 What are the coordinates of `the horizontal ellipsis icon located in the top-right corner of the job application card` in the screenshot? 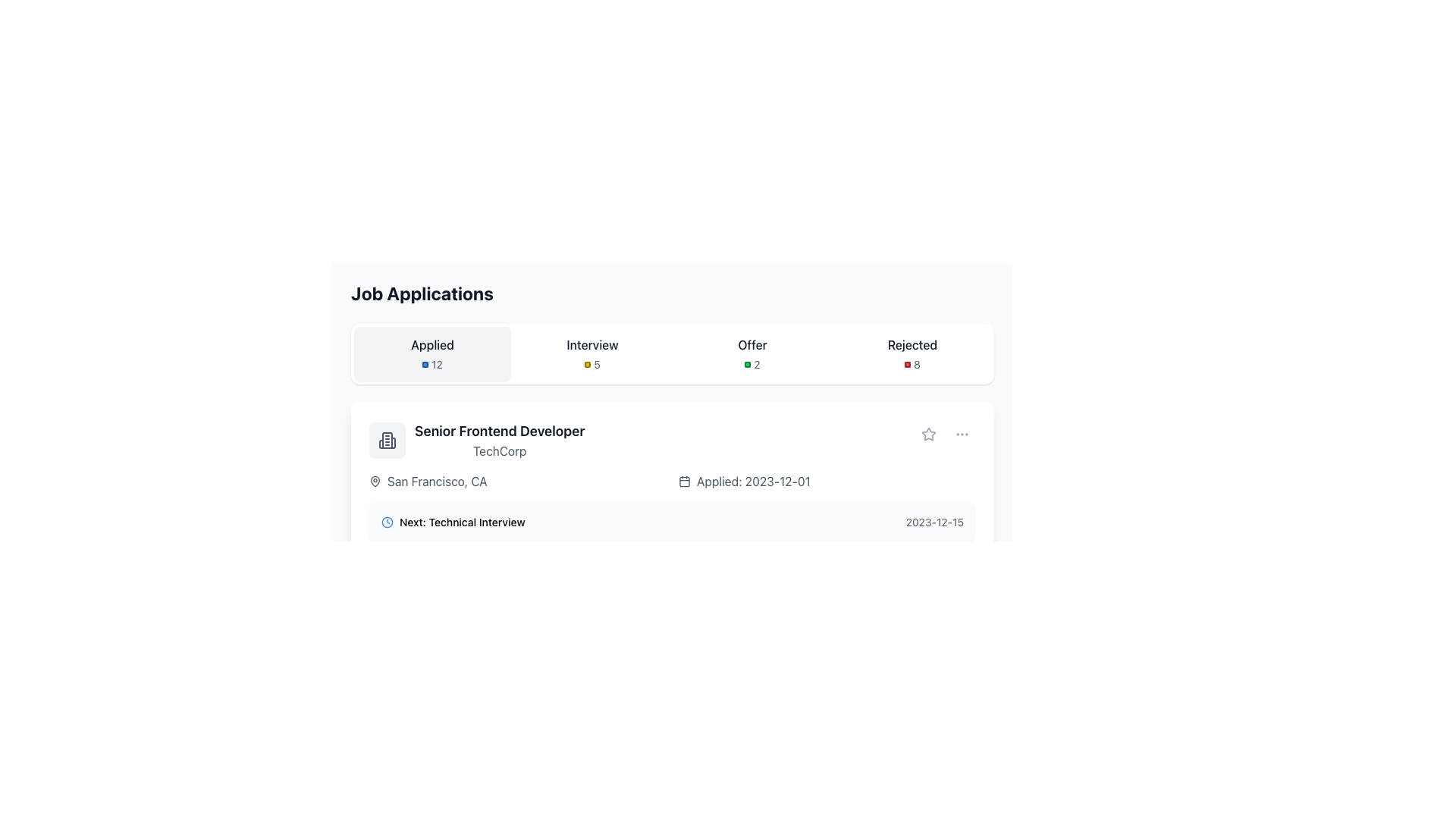 It's located at (961, 435).